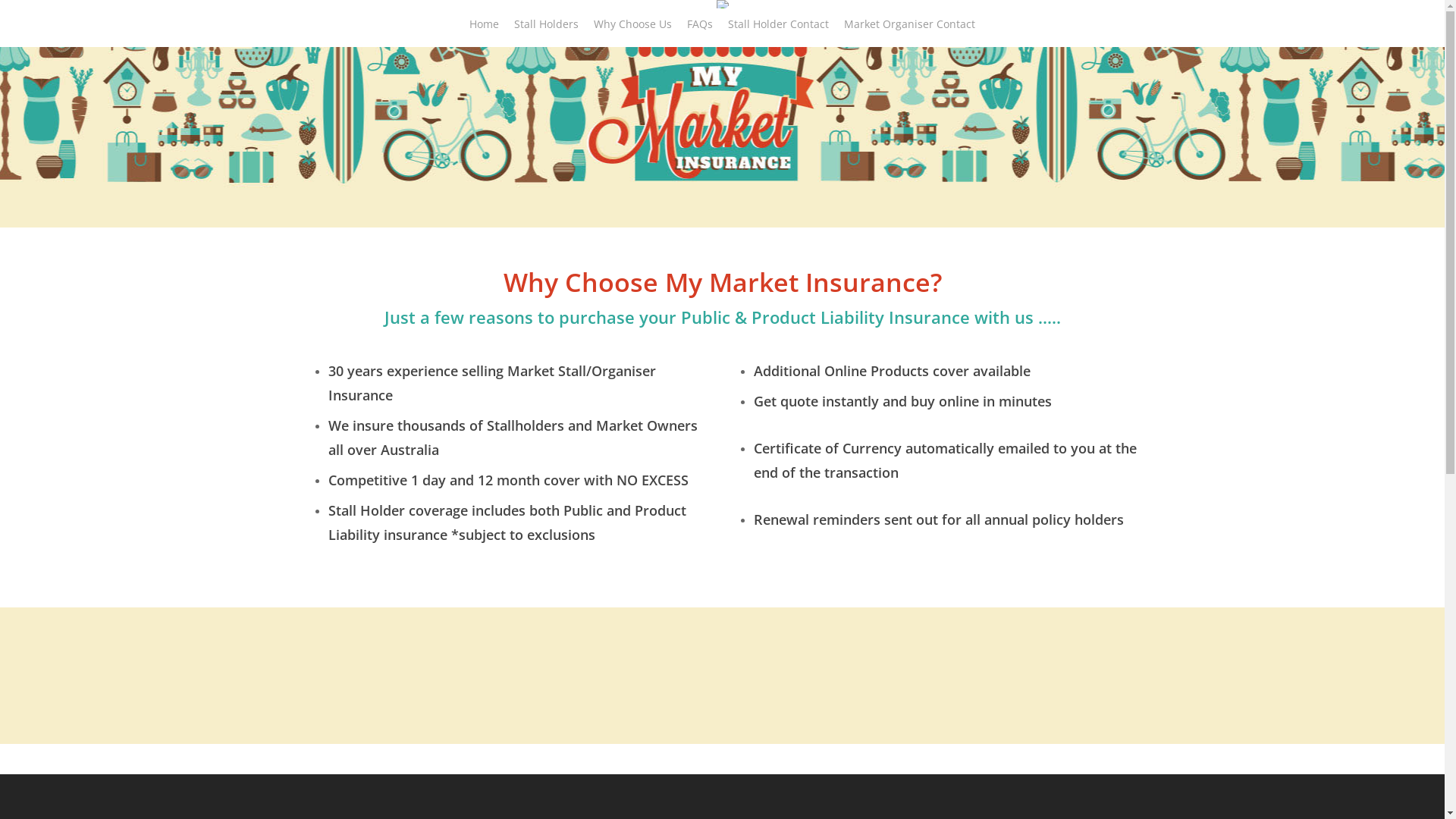 This screenshot has width=1456, height=819. What do you see at coordinates (483, 32) in the screenshot?
I see `'Home'` at bounding box center [483, 32].